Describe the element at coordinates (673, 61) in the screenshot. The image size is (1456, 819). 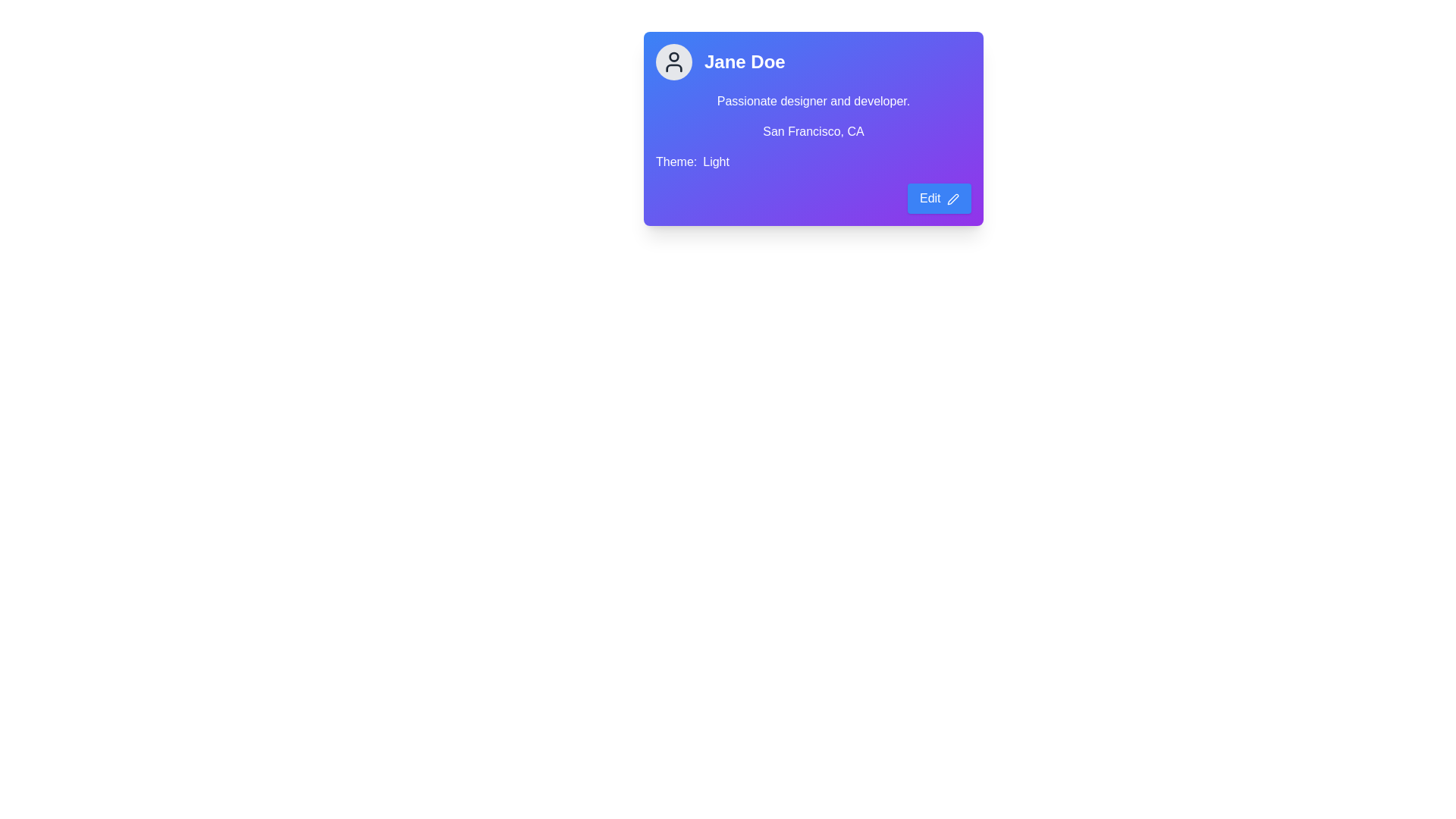
I see `the Avatar Icon, which is a circular UI component with a light gray background and a dark gray user silhouette, located at the top-left corner of the card, to the left of 'Jane Doe'` at that location.